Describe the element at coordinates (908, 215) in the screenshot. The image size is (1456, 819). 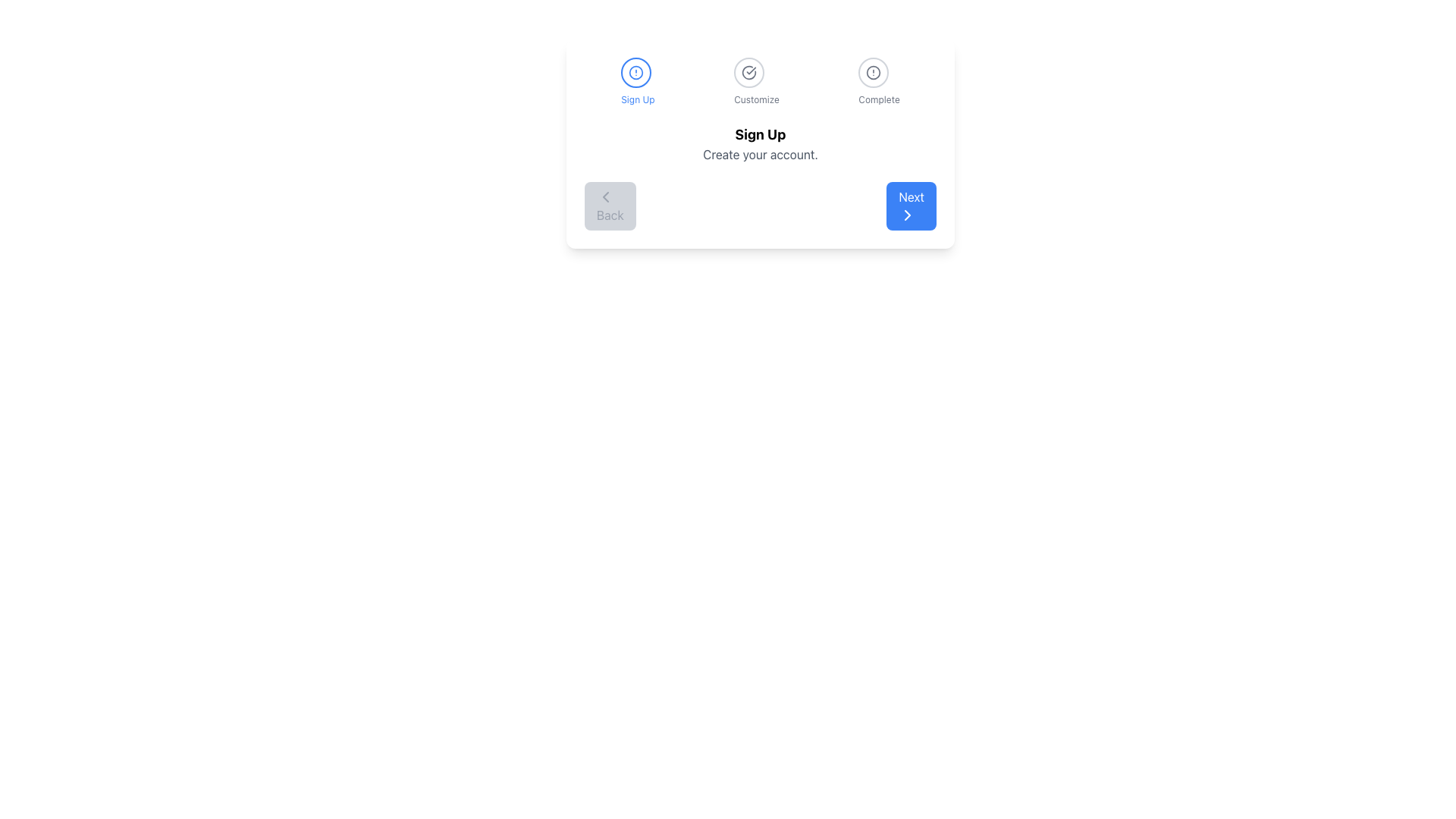
I see `the right-pointing chevron icon, which is positioned within a circular enclosure and aligned to the right of the 'Next' button` at that location.